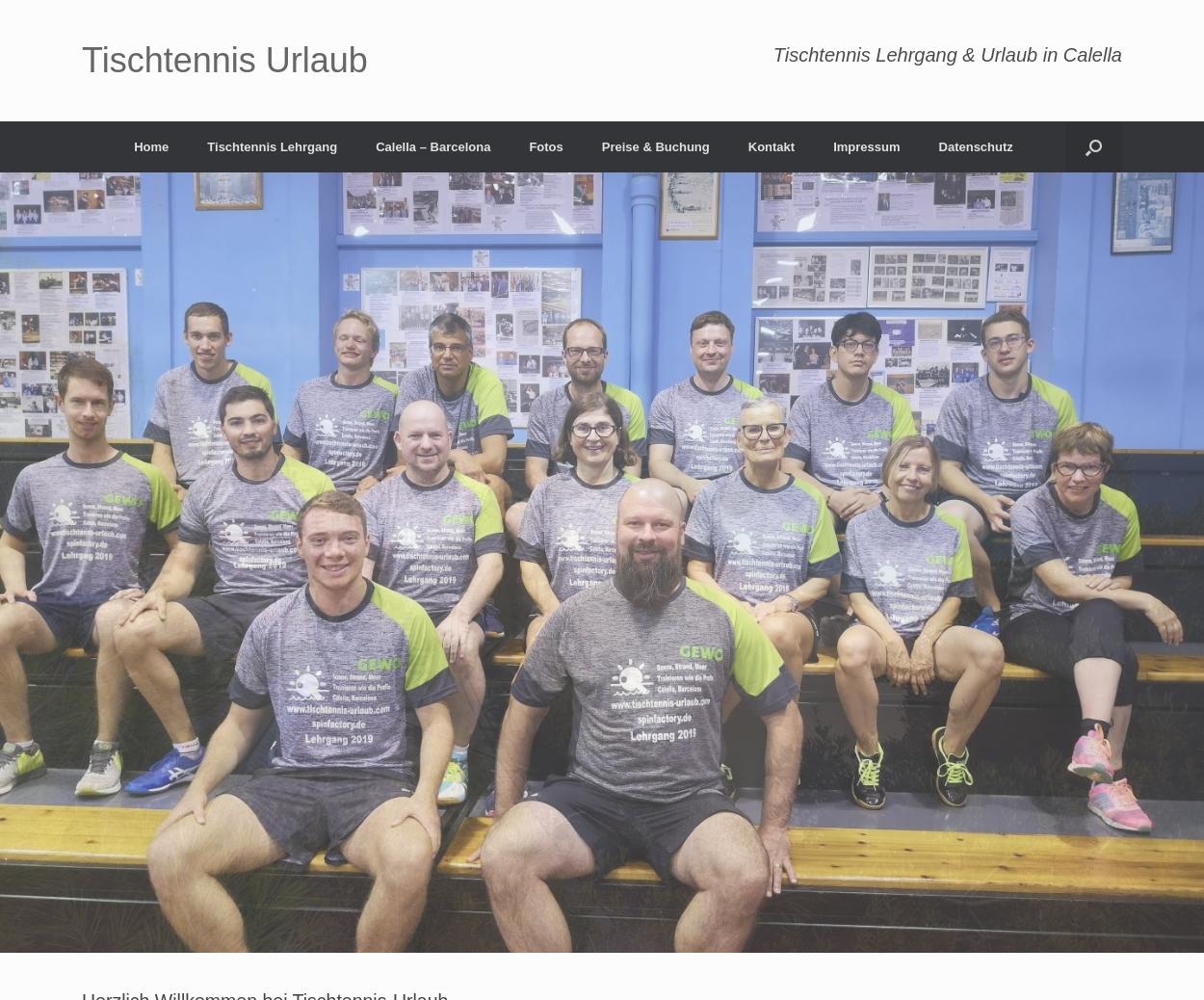 This screenshot has width=1204, height=1000. Describe the element at coordinates (572, 233) in the screenshot. I see `'Lehrgang 2021'` at that location.